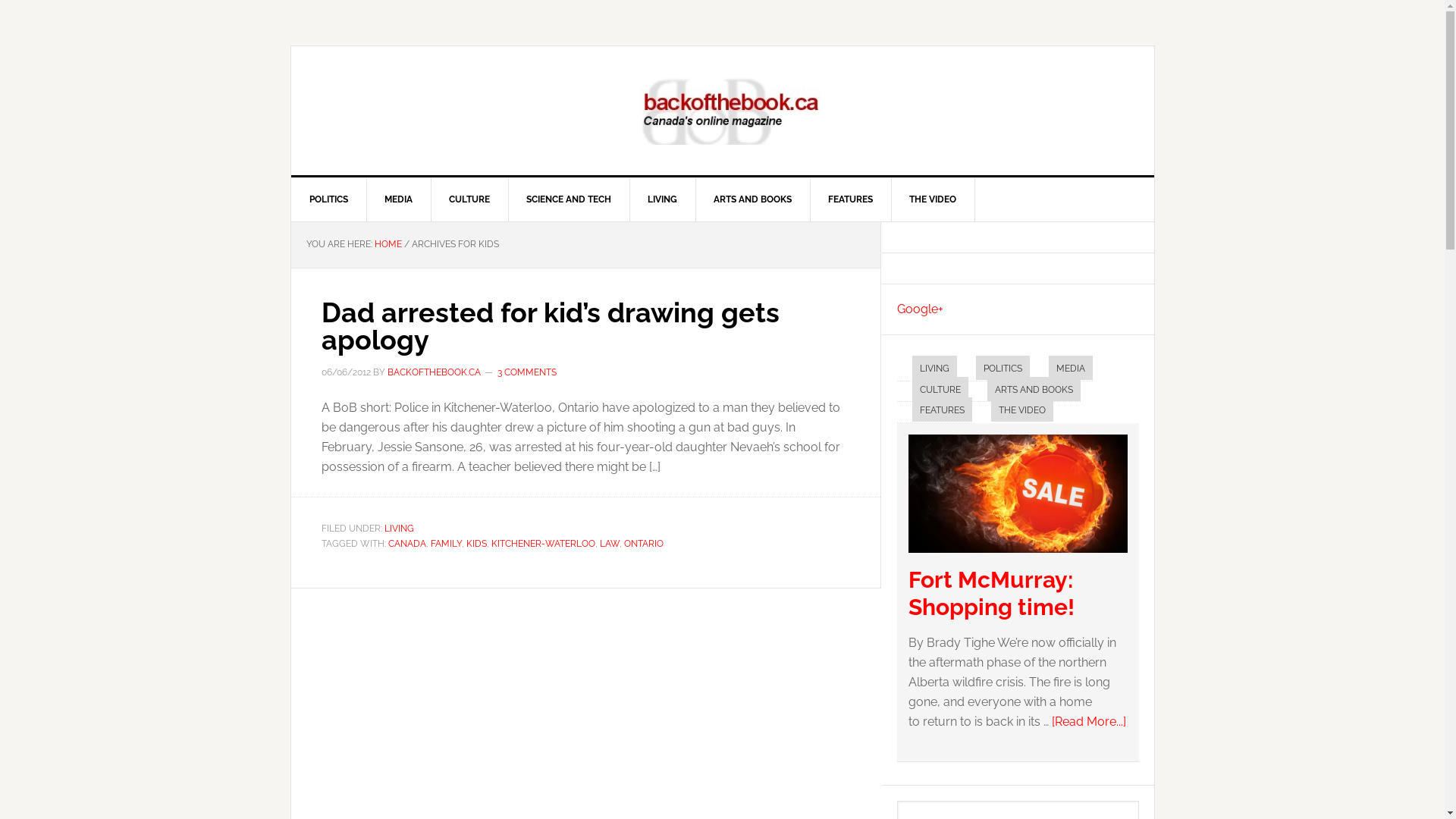 The width and height of the screenshot is (1456, 819). What do you see at coordinates (1047, 368) in the screenshot?
I see `'MEDIA'` at bounding box center [1047, 368].